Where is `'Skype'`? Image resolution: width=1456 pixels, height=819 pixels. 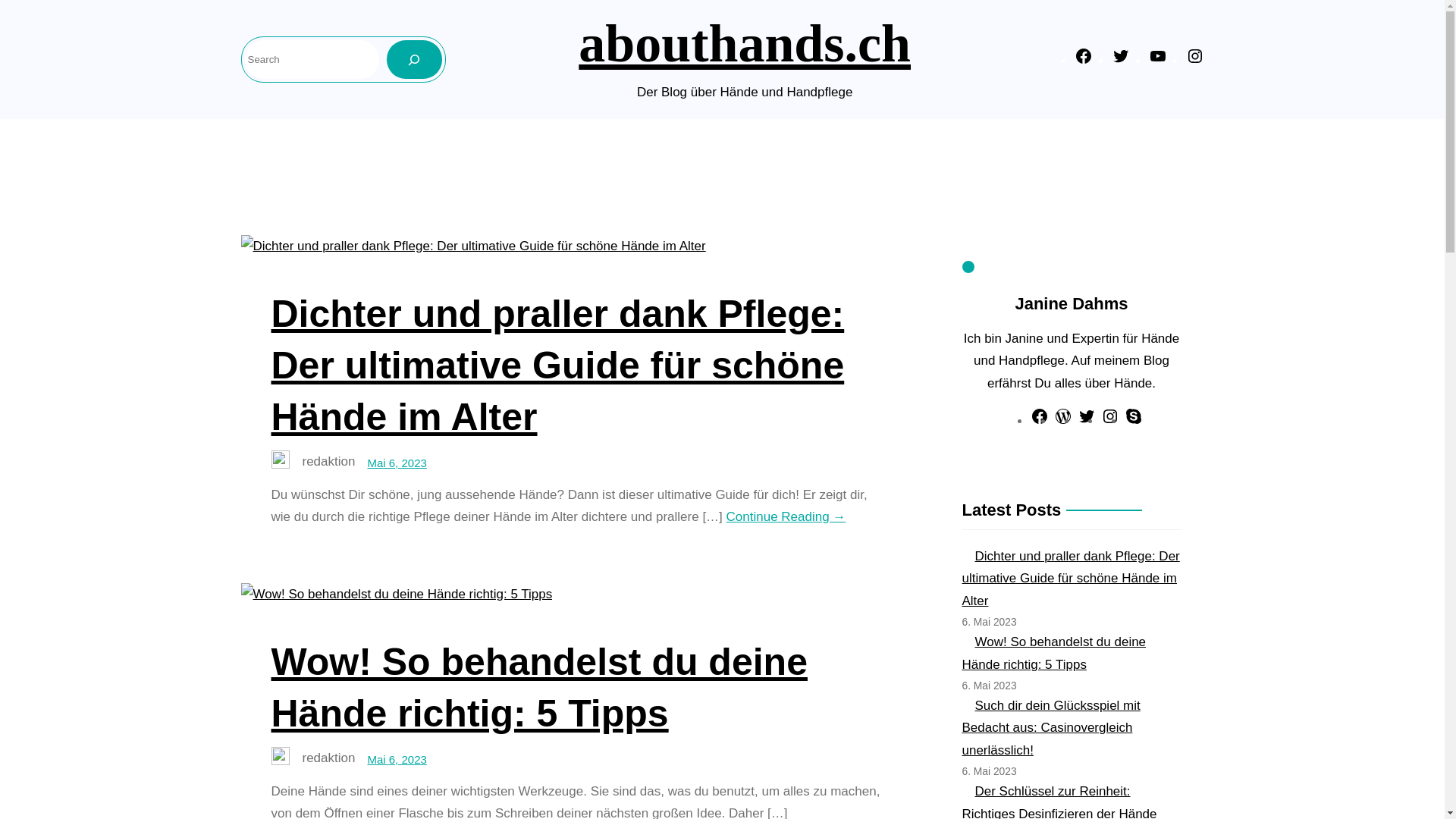 'Skype' is located at coordinates (1133, 421).